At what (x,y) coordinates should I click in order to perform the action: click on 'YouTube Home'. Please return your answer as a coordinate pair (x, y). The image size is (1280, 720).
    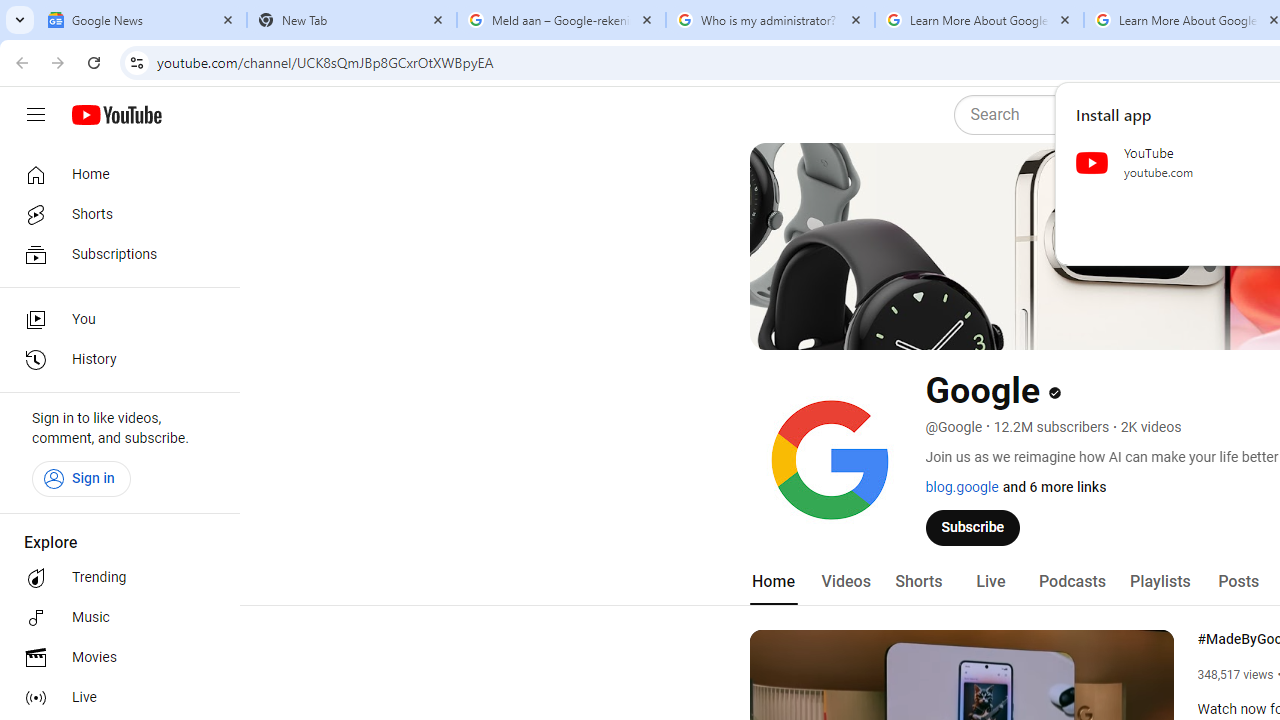
    Looking at the image, I should click on (115, 115).